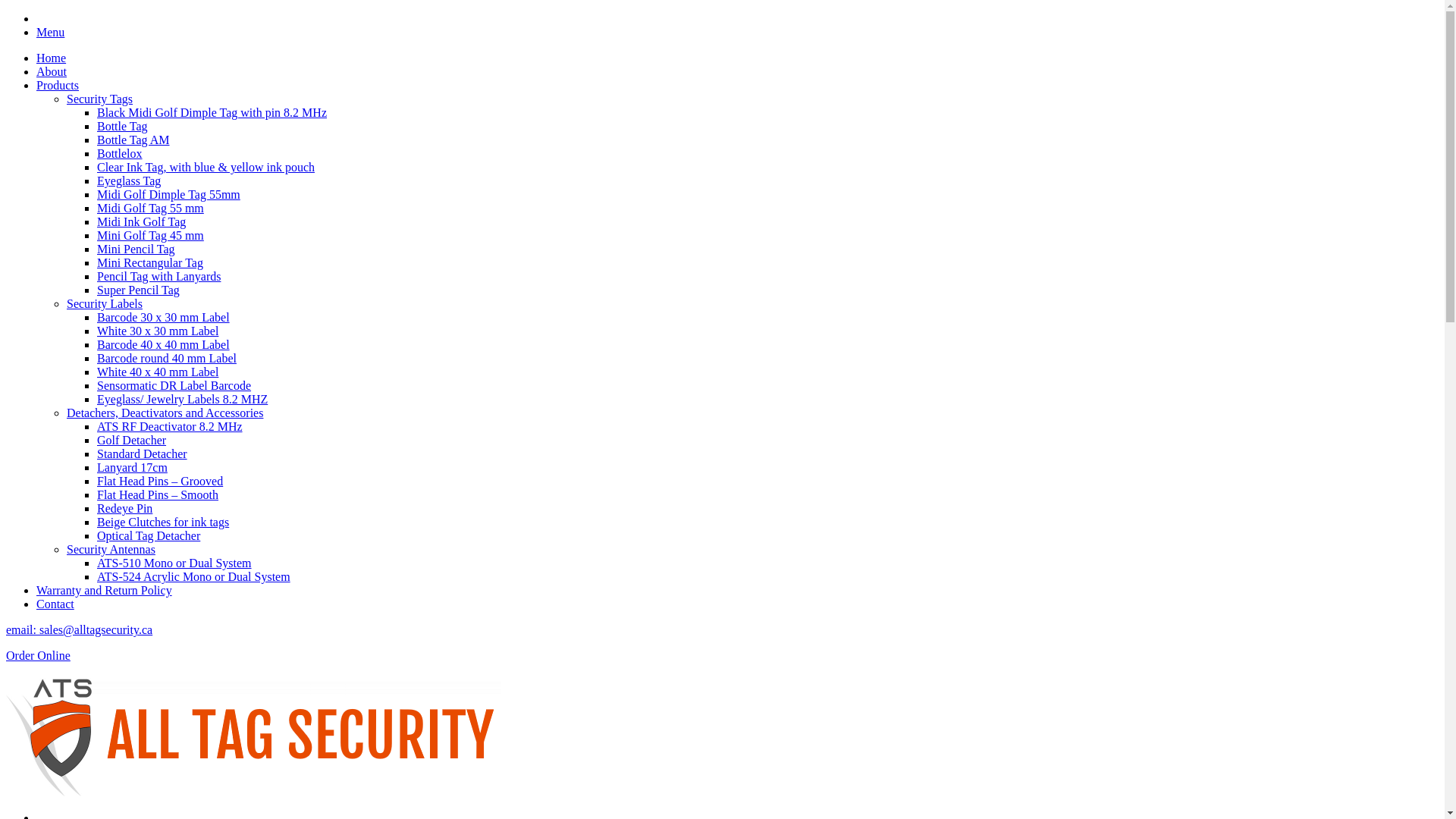  I want to click on 'Menu', so click(50, 32).